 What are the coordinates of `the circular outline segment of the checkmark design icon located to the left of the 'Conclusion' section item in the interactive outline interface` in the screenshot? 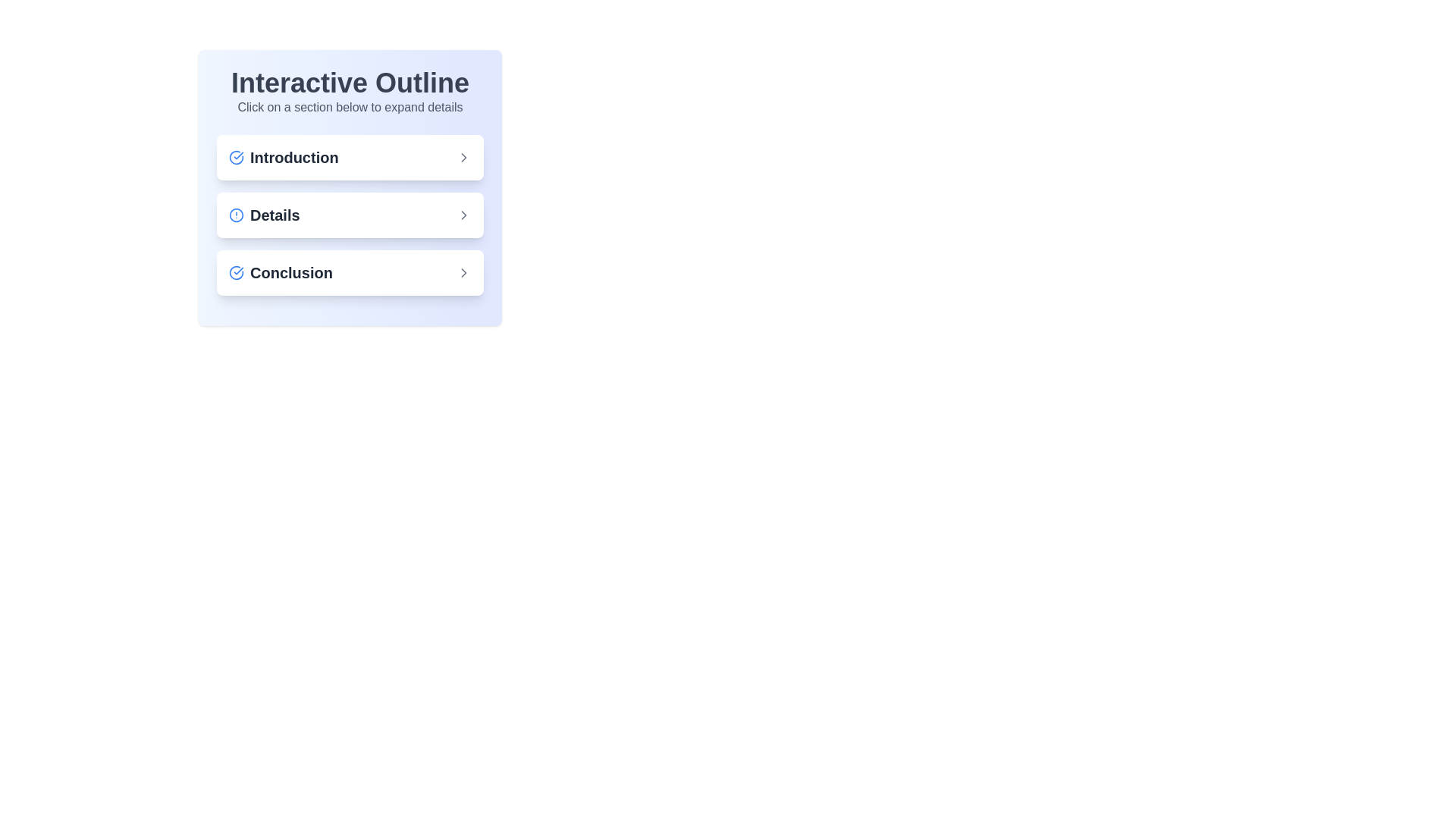 It's located at (236, 271).